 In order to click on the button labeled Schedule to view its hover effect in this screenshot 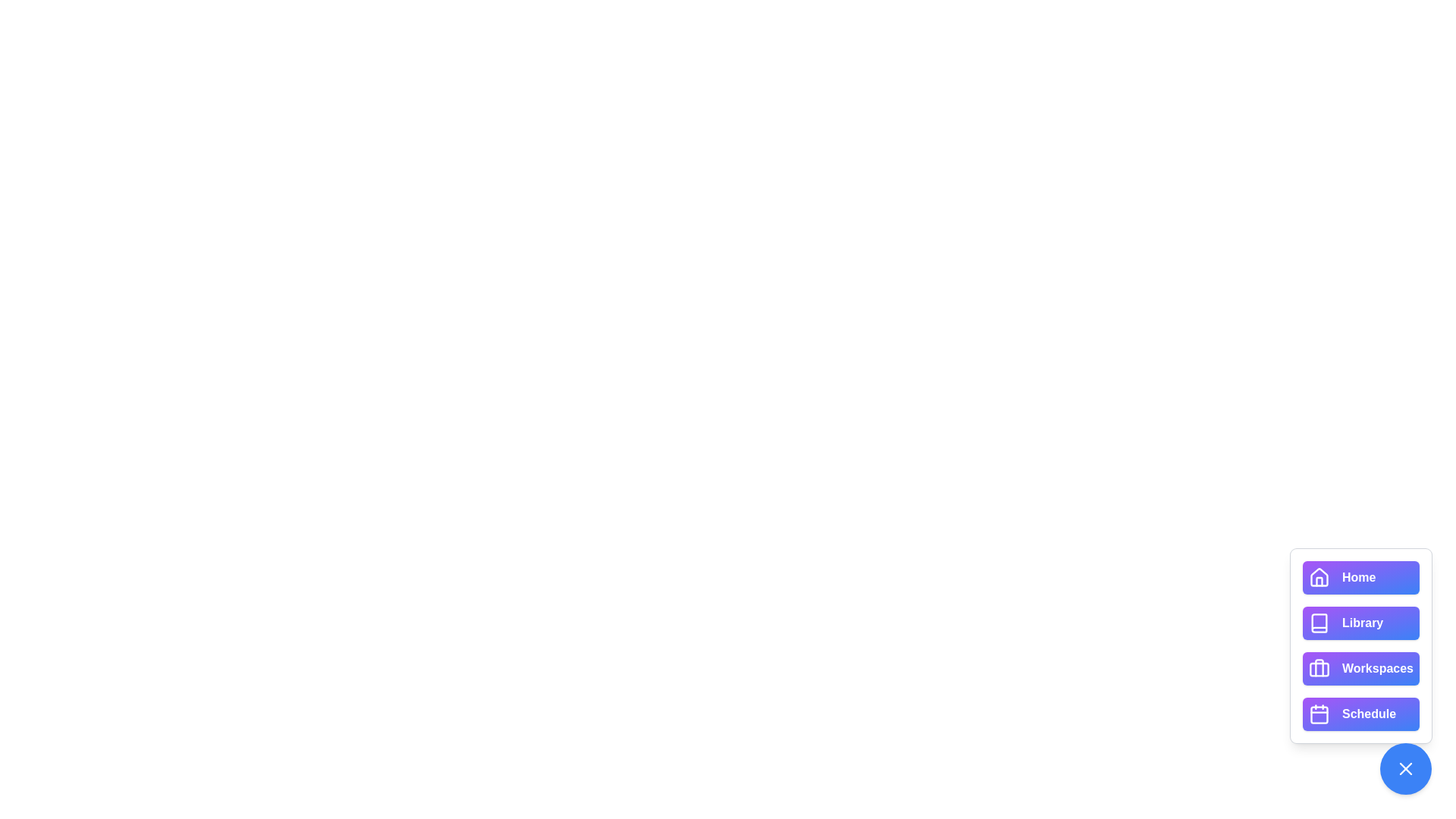, I will do `click(1361, 714)`.